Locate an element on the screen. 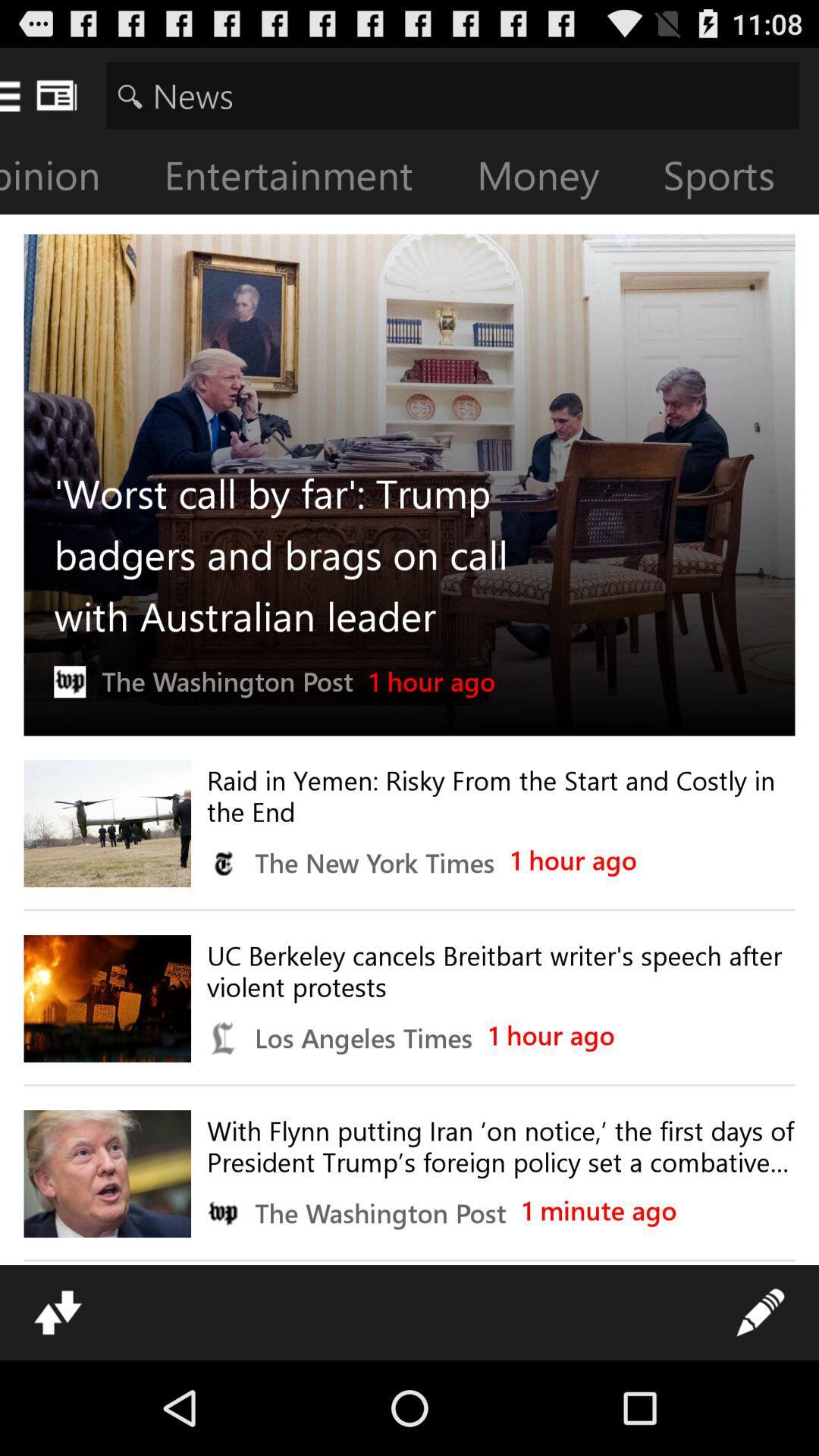 The image size is (819, 1456). search bar is located at coordinates (452, 94).